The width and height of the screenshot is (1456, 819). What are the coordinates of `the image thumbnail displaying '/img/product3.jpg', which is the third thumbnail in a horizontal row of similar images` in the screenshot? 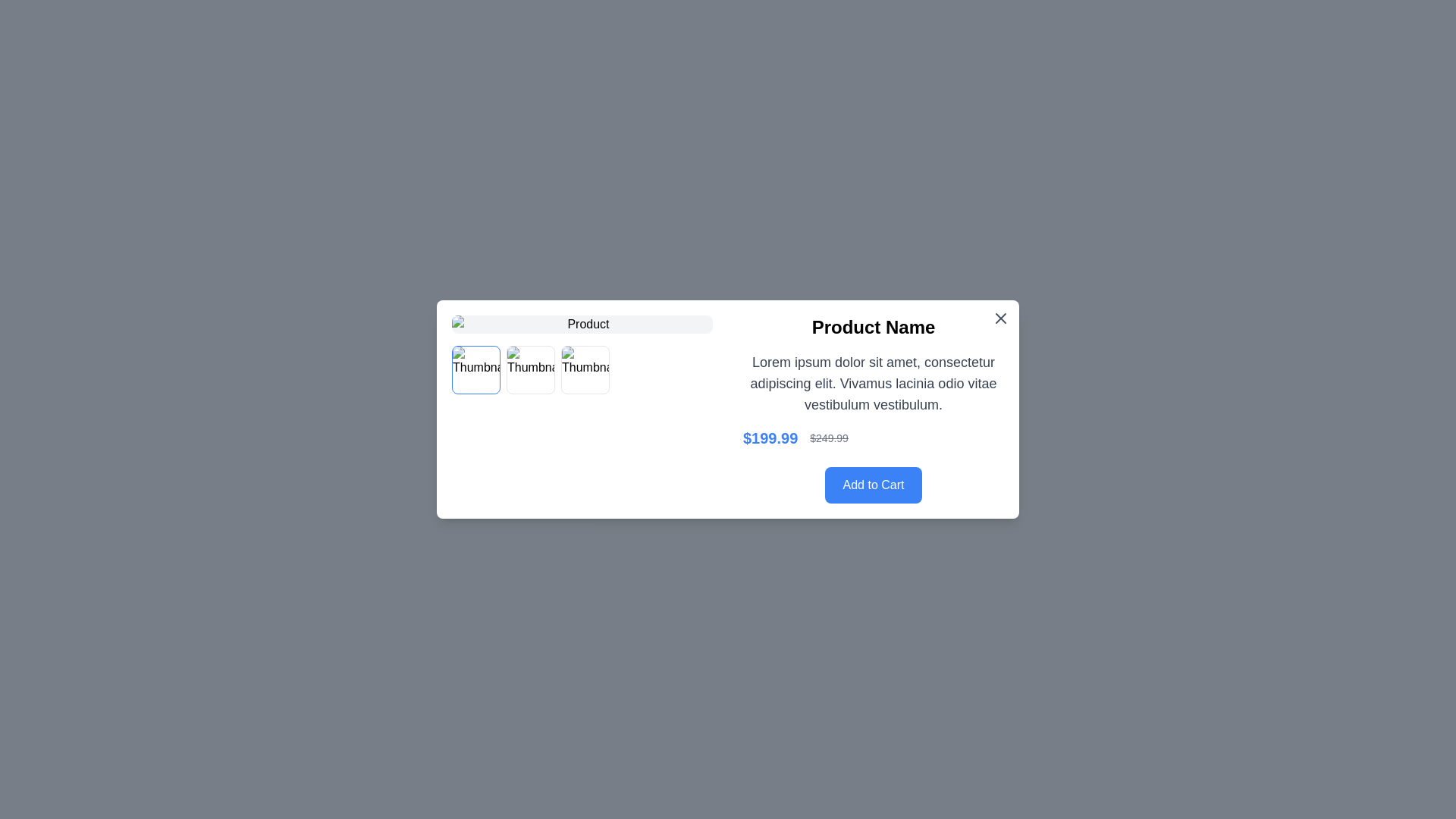 It's located at (585, 370).